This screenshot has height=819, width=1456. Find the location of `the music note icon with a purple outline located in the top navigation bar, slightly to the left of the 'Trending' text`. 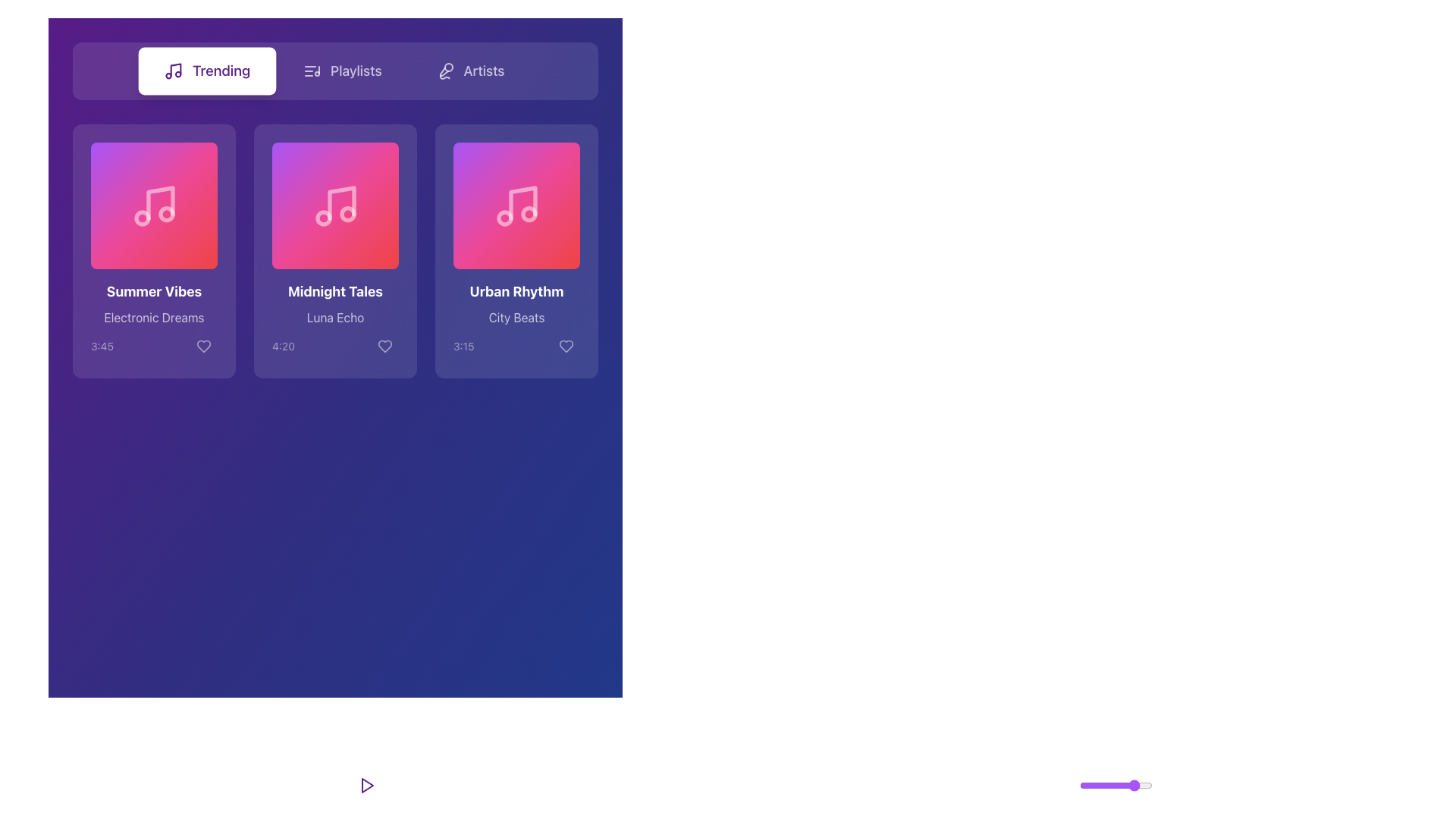

the music note icon with a purple outline located in the top navigation bar, slightly to the left of the 'Trending' text is located at coordinates (174, 71).